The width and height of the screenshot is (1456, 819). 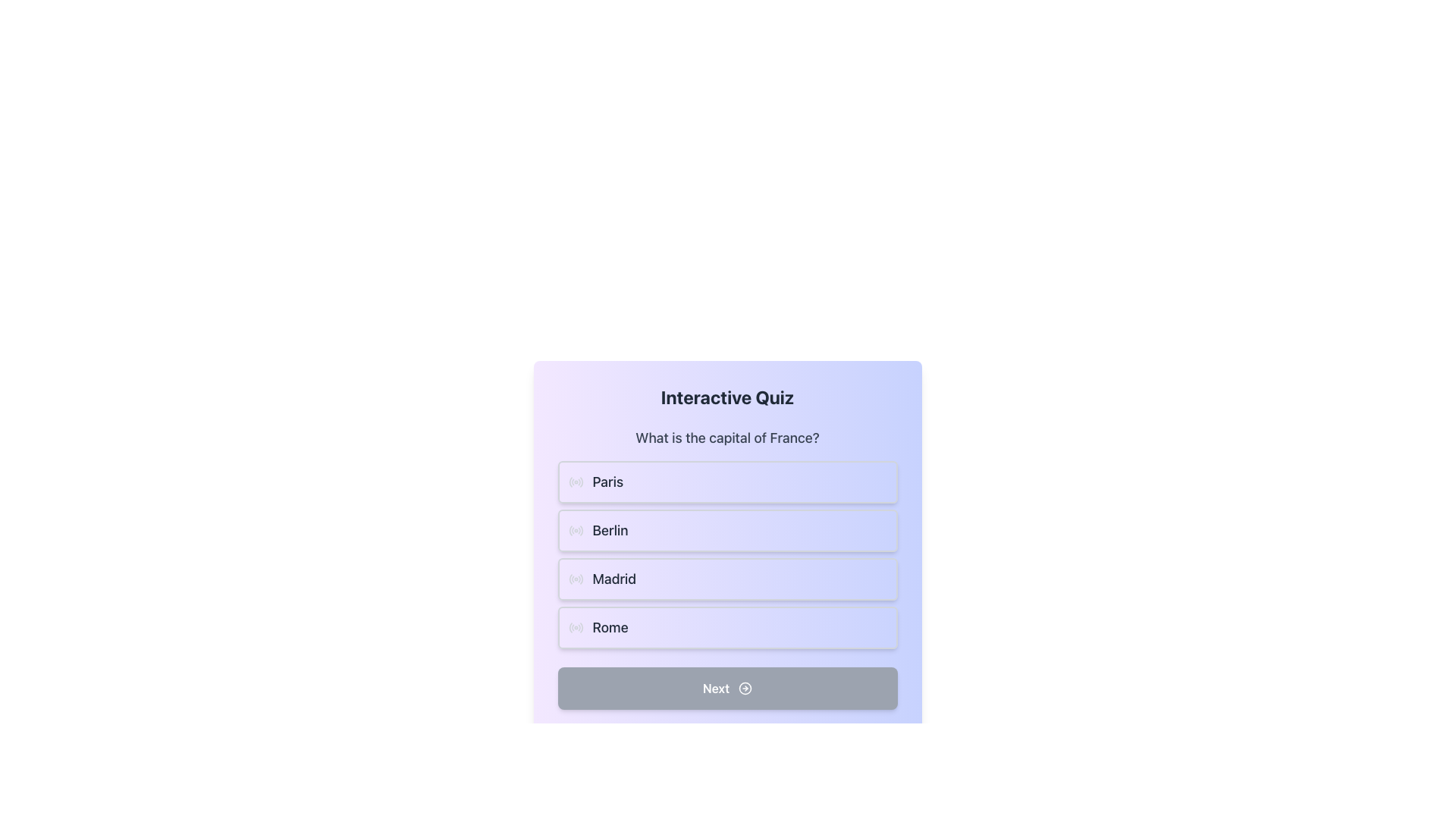 What do you see at coordinates (610, 628) in the screenshot?
I see `the text displaying the word 'Rome' to trigger a visual highlighting effect, which is the last item in the multiple-choice list` at bounding box center [610, 628].